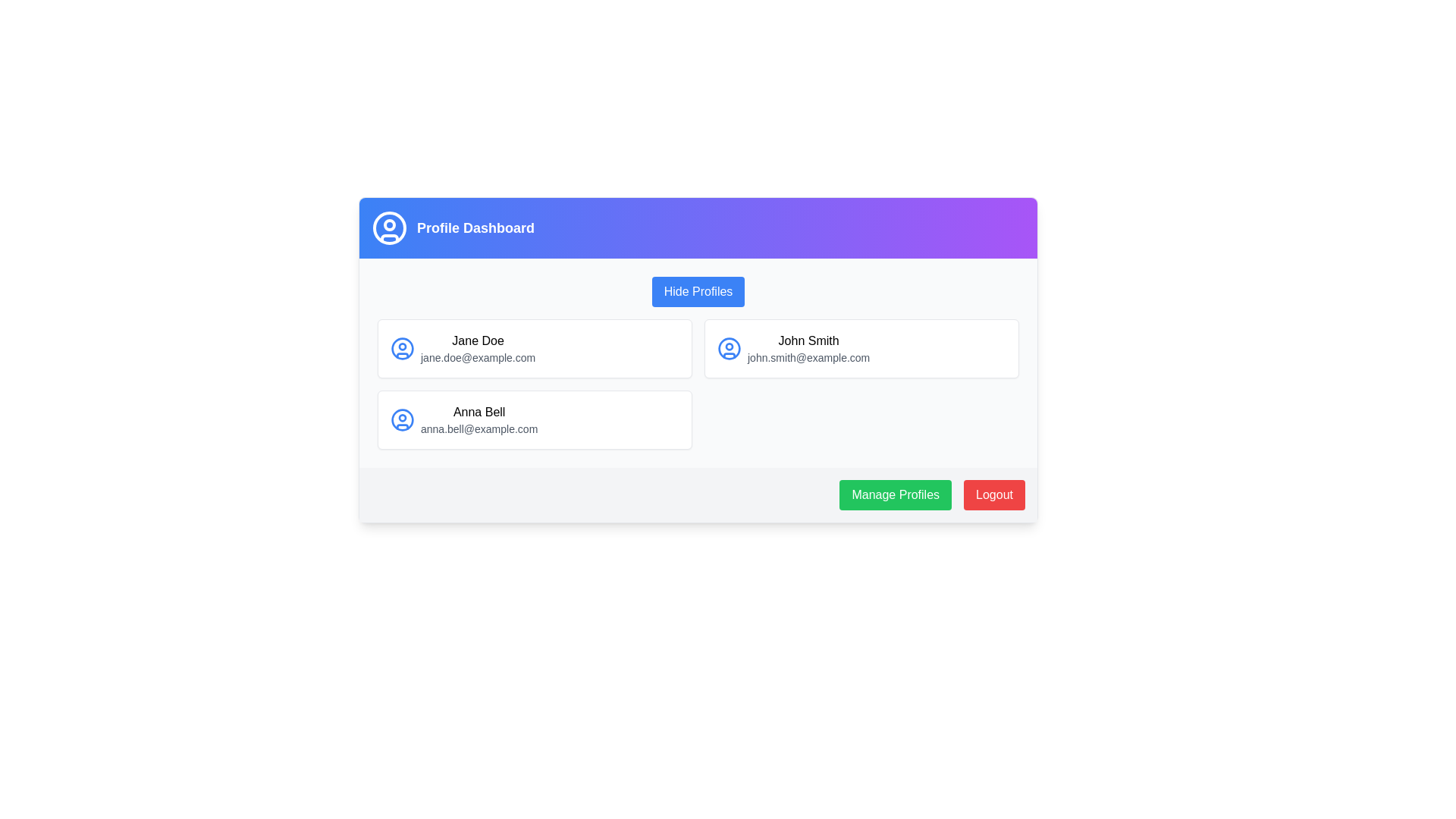 The height and width of the screenshot is (819, 1456). What do you see at coordinates (535, 420) in the screenshot?
I see `the Profile Card element that represents a user's profile information, located in the bottom-left corner of the grid, specifically the third profile beneath 'Jane Doe' and to the left of 'John Smith'` at bounding box center [535, 420].